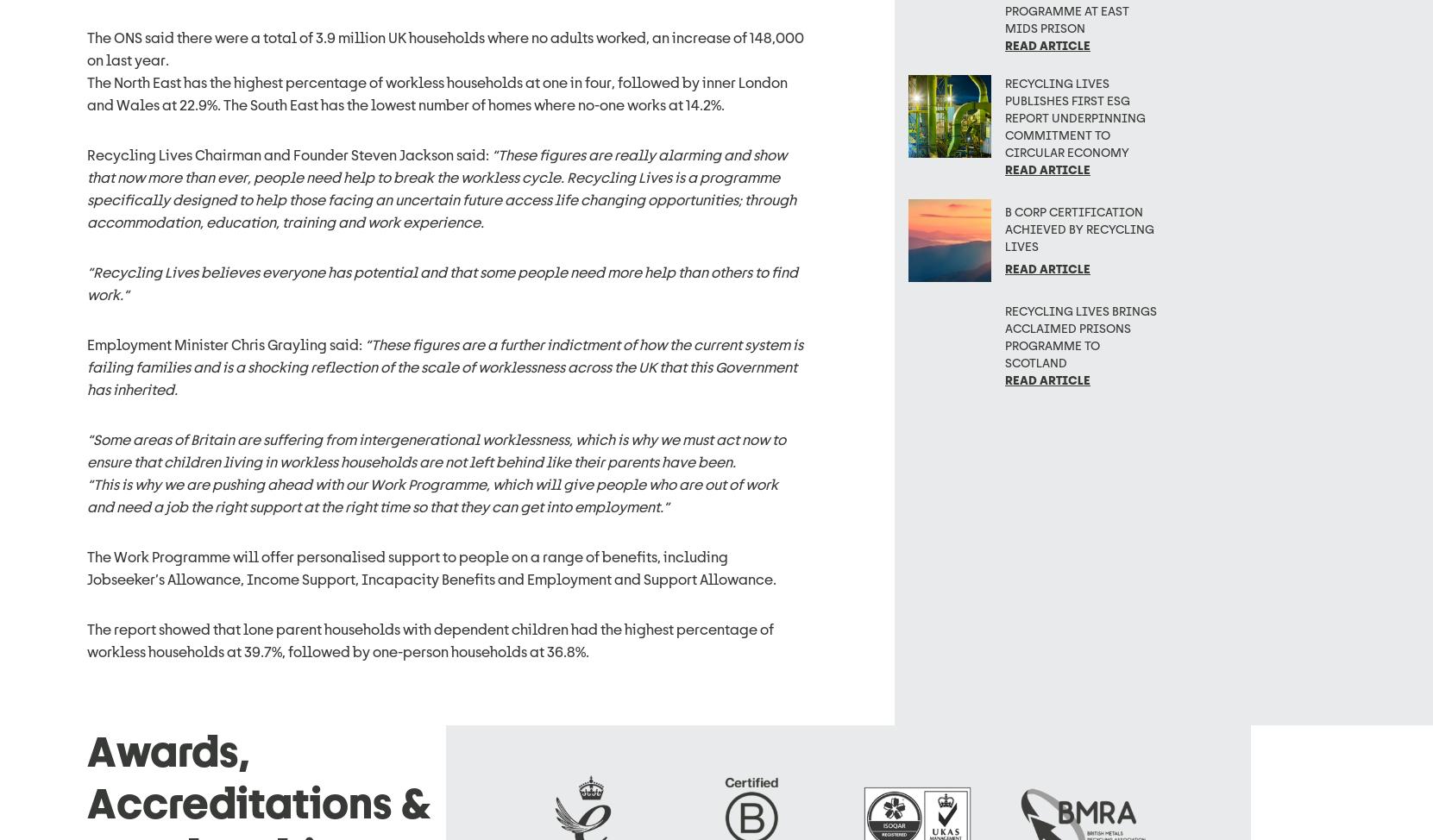 Image resolution: width=1433 pixels, height=840 pixels. Describe the element at coordinates (674, 471) in the screenshot. I see `'Social Impact'` at that location.